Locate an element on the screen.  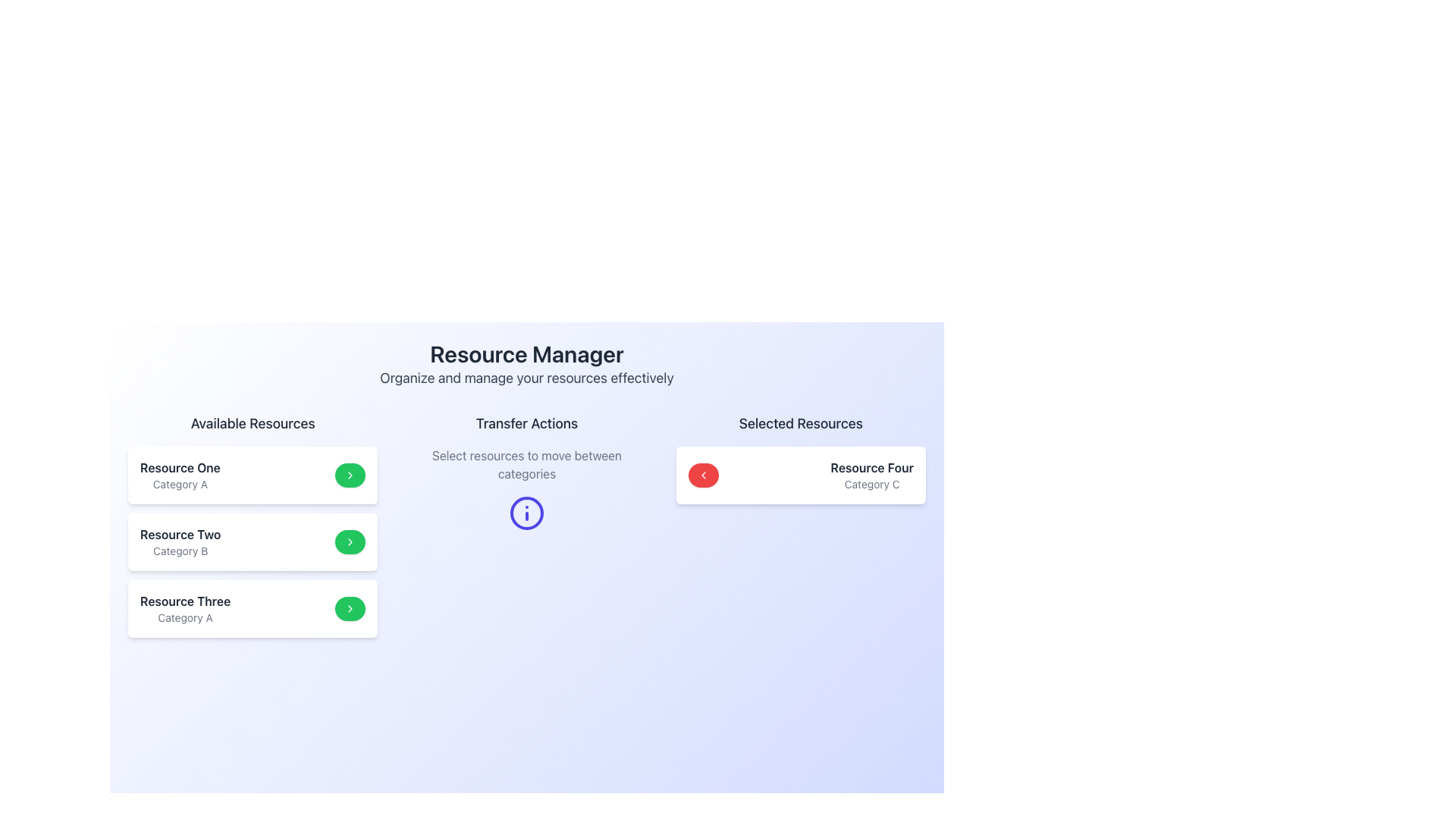
the textual display component that shows 'Resource Two' in bold, located under 'Available Resources' and part of a rounded white card is located at coordinates (180, 541).